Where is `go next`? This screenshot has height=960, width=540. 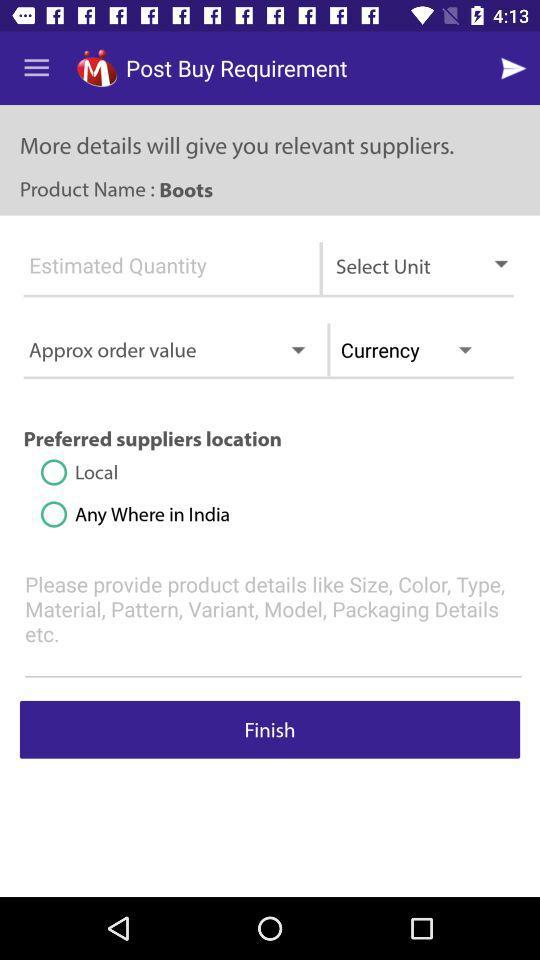 go next is located at coordinates (516, 68).